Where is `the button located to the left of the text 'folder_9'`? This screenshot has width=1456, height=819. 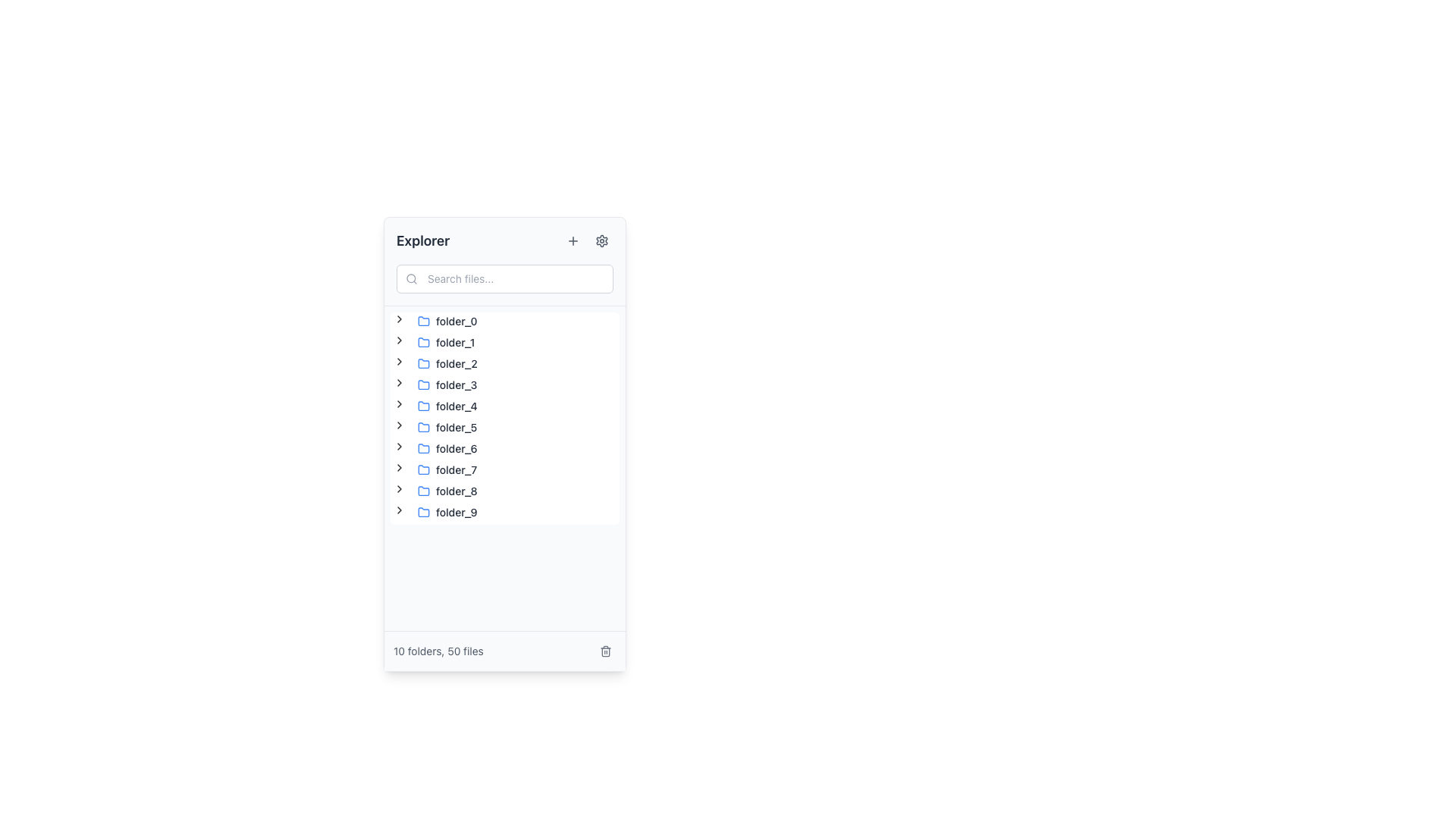 the button located to the left of the text 'folder_9' is located at coordinates (400, 512).